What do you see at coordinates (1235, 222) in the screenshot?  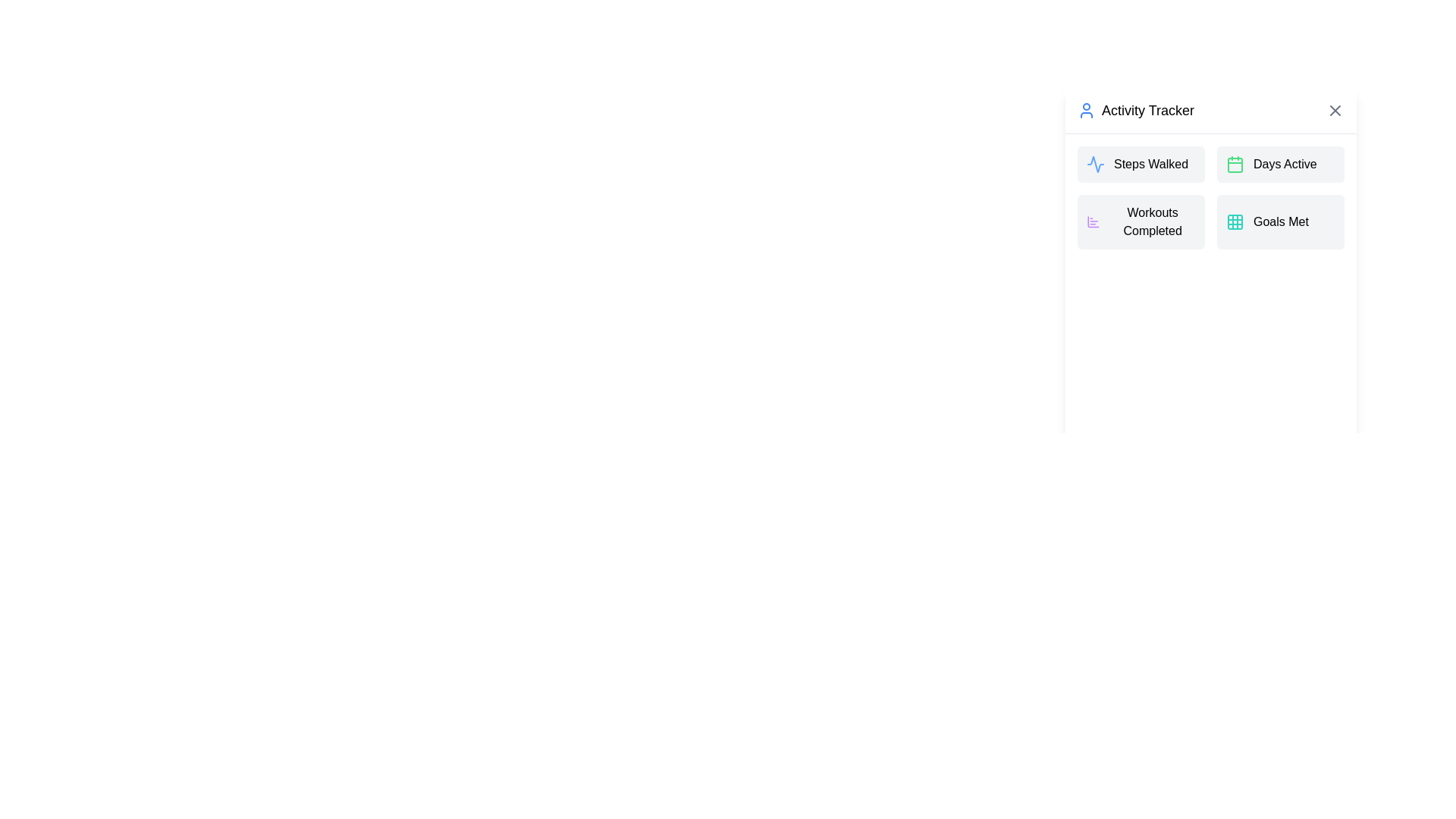 I see `the 3x3 grid icon with a teal outline located within the 'Goals Met' button in the 'Activity Tracker' panel` at bounding box center [1235, 222].